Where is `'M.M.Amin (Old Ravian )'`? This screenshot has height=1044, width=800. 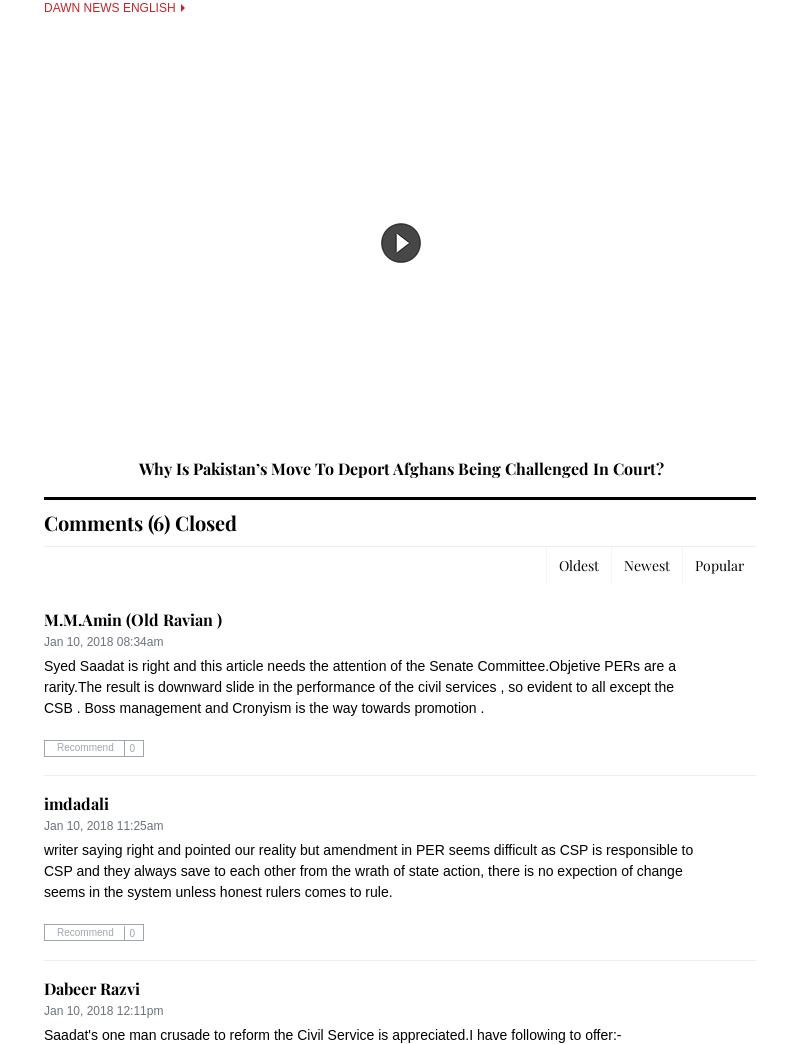
'M.M.Amin (Old Ravian )' is located at coordinates (132, 618).